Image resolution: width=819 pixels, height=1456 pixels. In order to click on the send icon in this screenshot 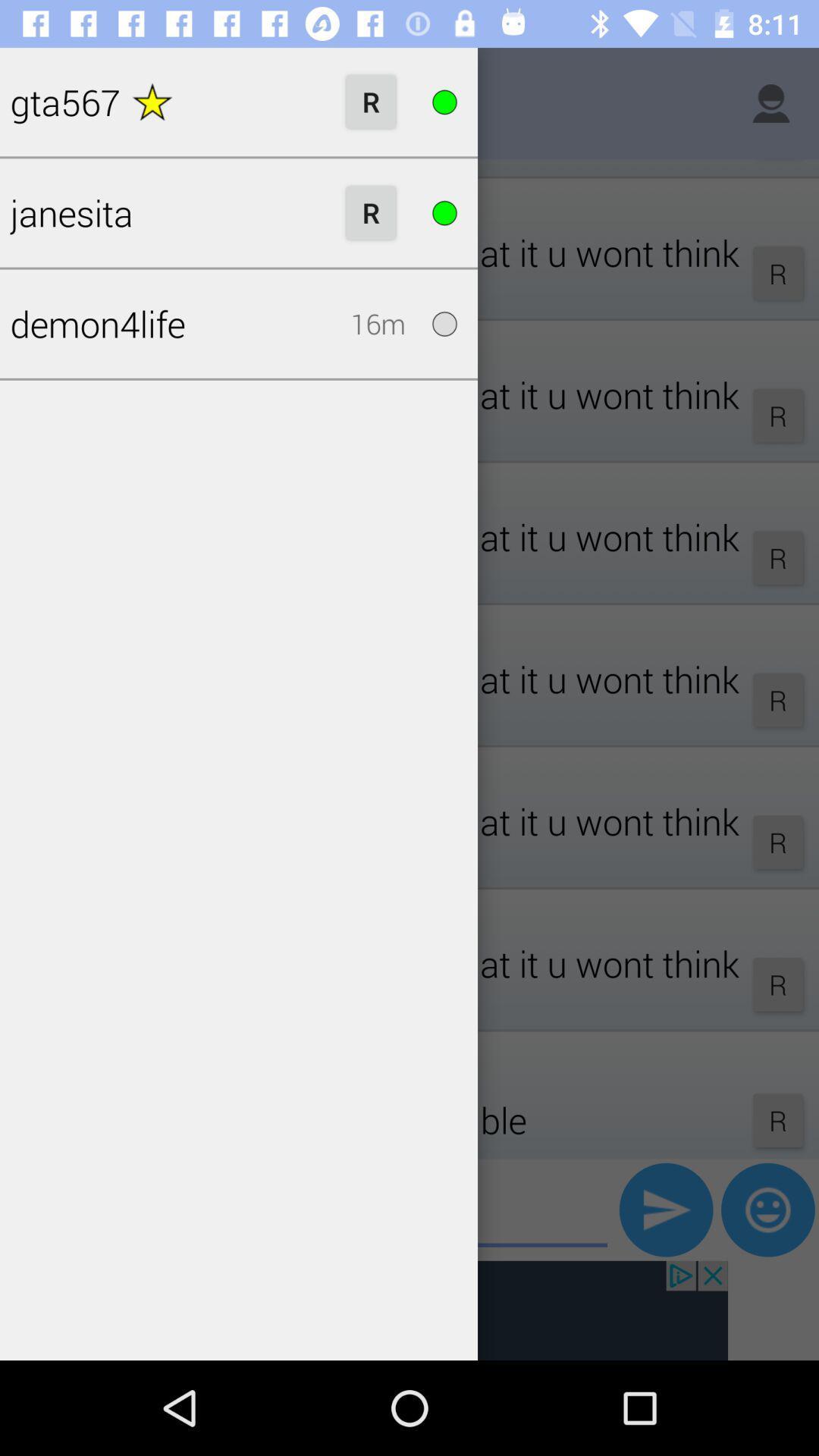, I will do `click(665, 1209)`.